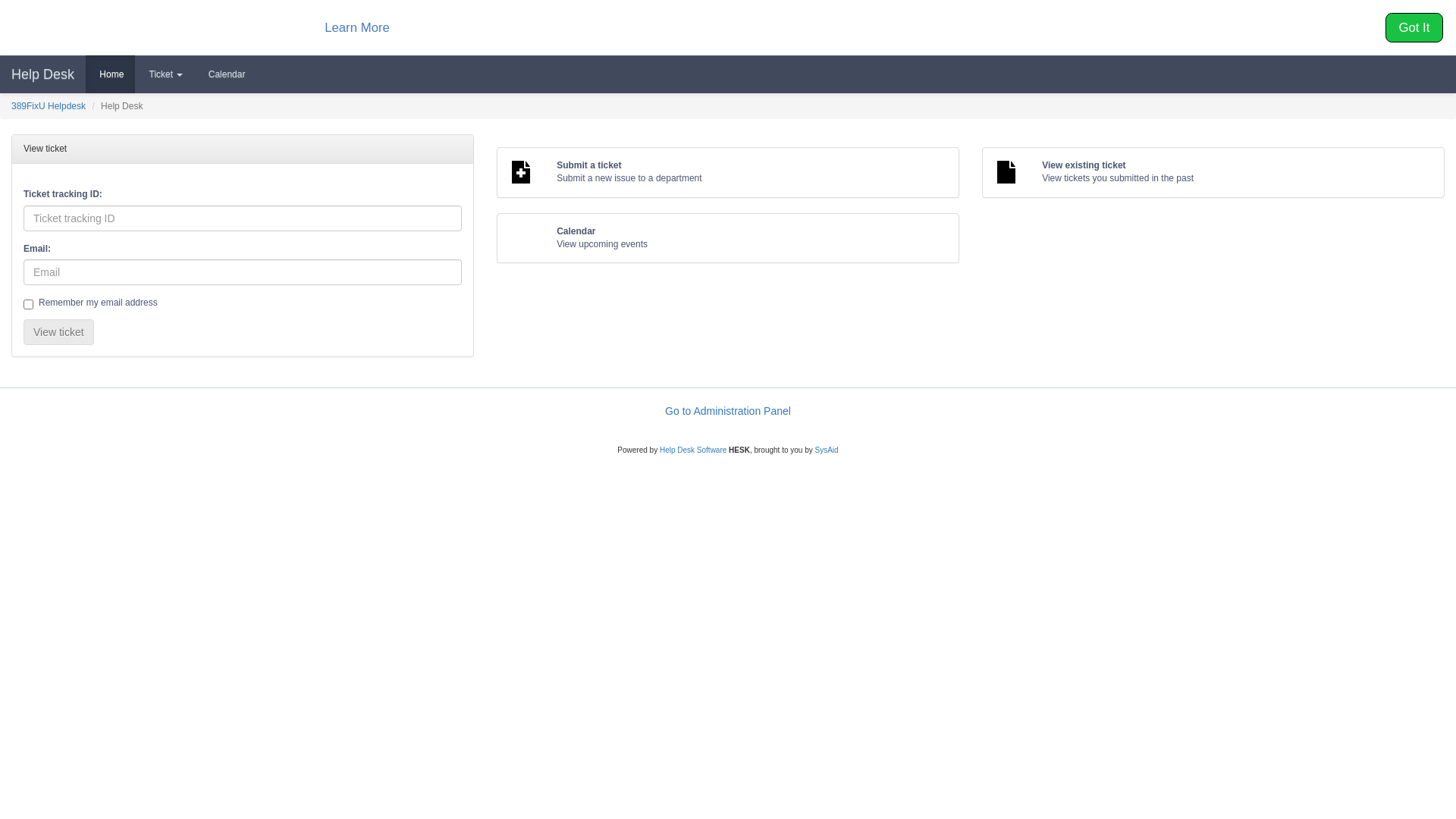 This screenshot has height=819, width=1456. What do you see at coordinates (692, 449) in the screenshot?
I see `'Help Desk Software'` at bounding box center [692, 449].